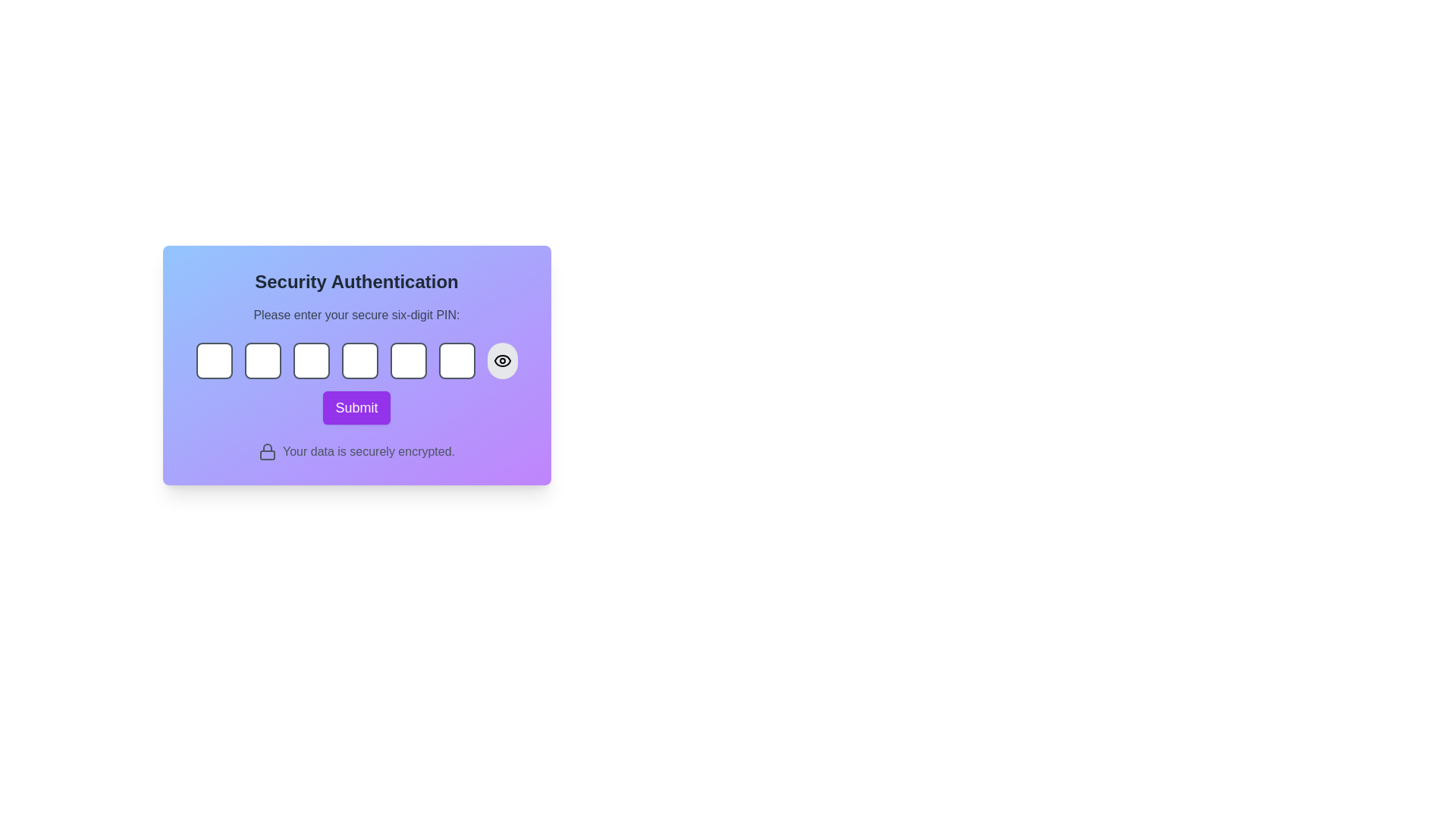 This screenshot has width=1456, height=819. Describe the element at coordinates (359, 360) in the screenshot. I see `the fourth password input field to focus it for entering a secure PIN` at that location.